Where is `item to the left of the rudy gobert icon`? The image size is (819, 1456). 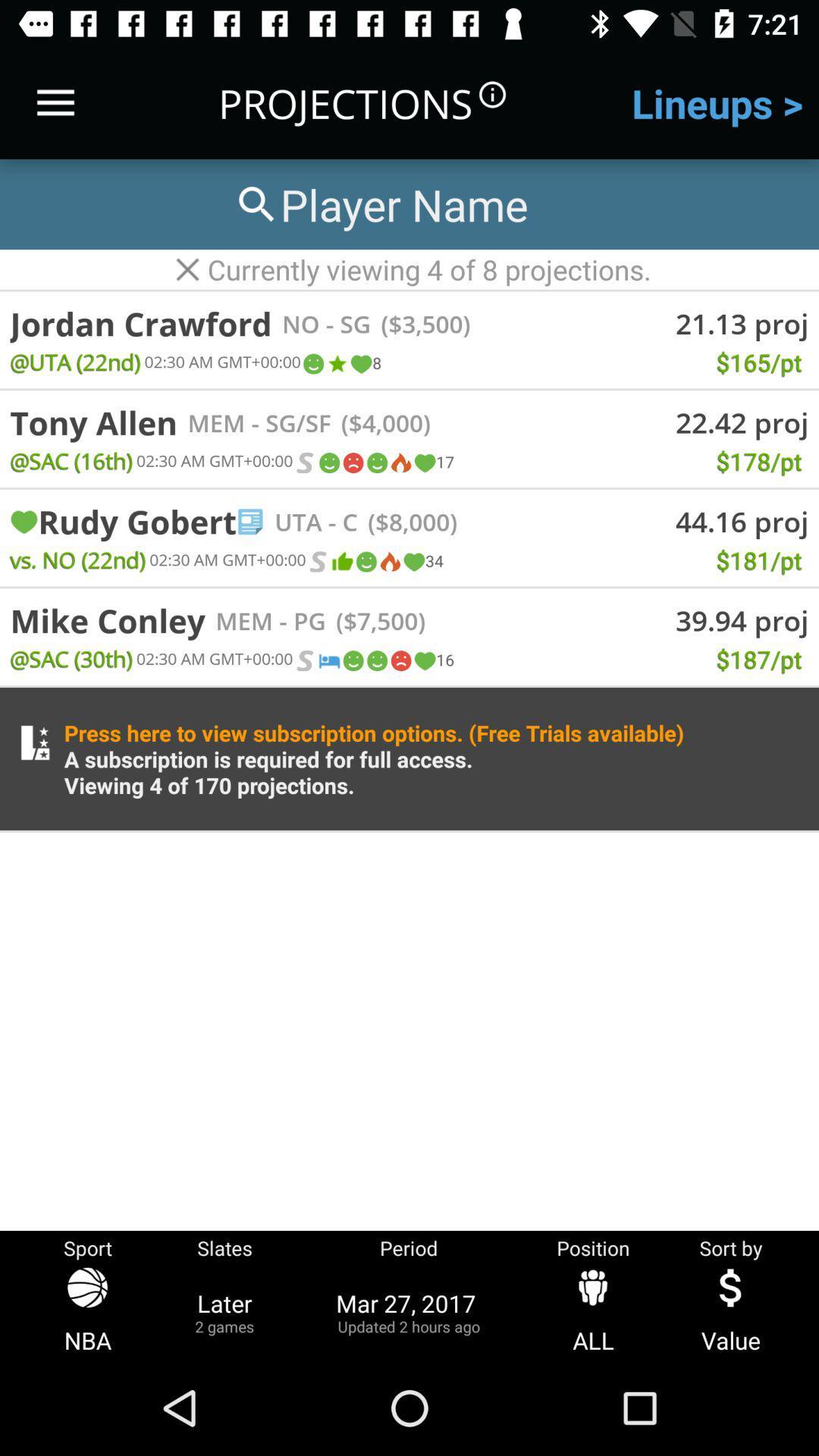 item to the left of the rudy gobert icon is located at coordinates (24, 522).